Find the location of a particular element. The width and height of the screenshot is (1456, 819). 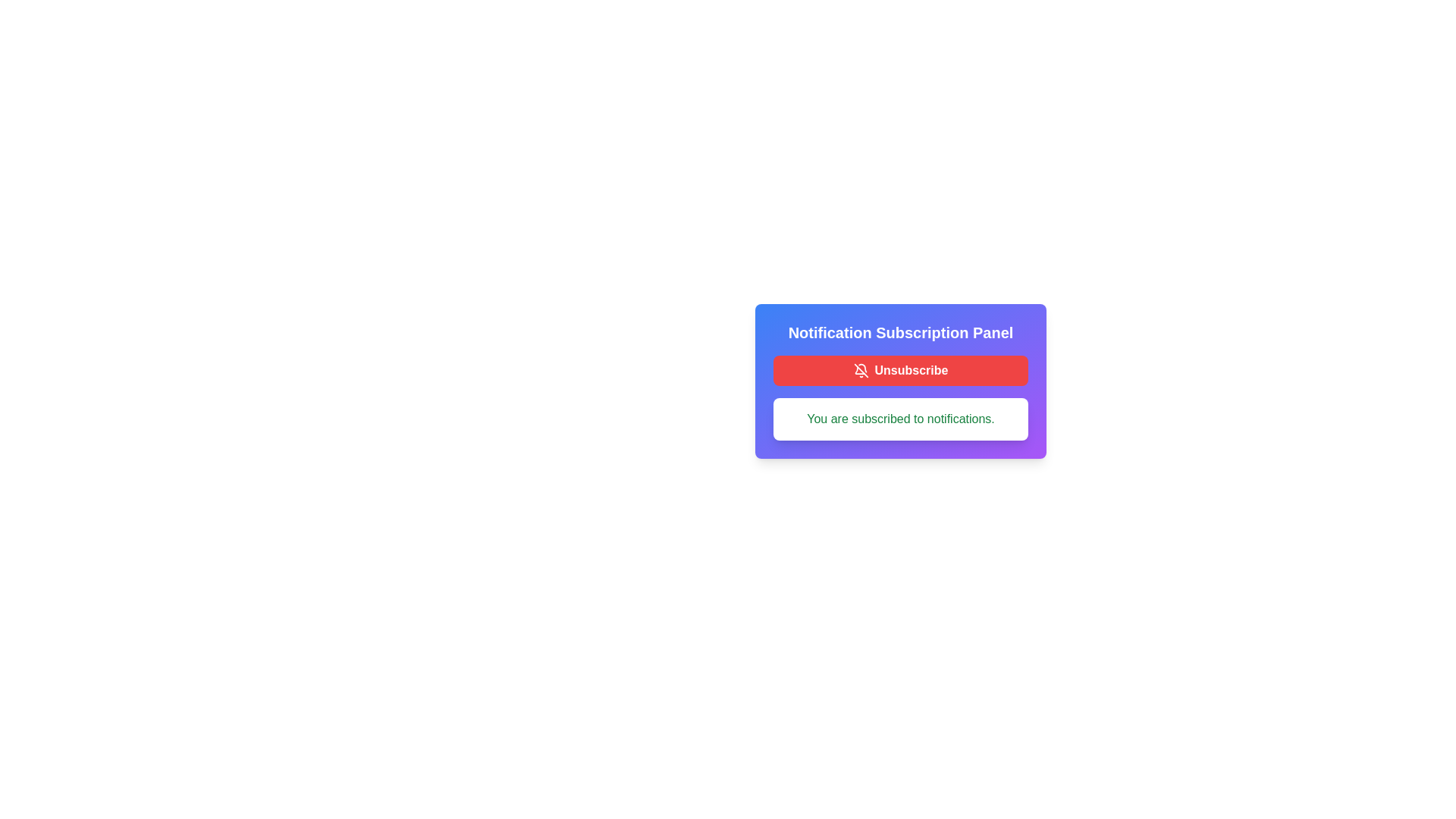

the 'Unsubscribe' button, which is represented by an icon to the left of the text label 'Unsubscribe', located within a prominent red button is located at coordinates (861, 371).